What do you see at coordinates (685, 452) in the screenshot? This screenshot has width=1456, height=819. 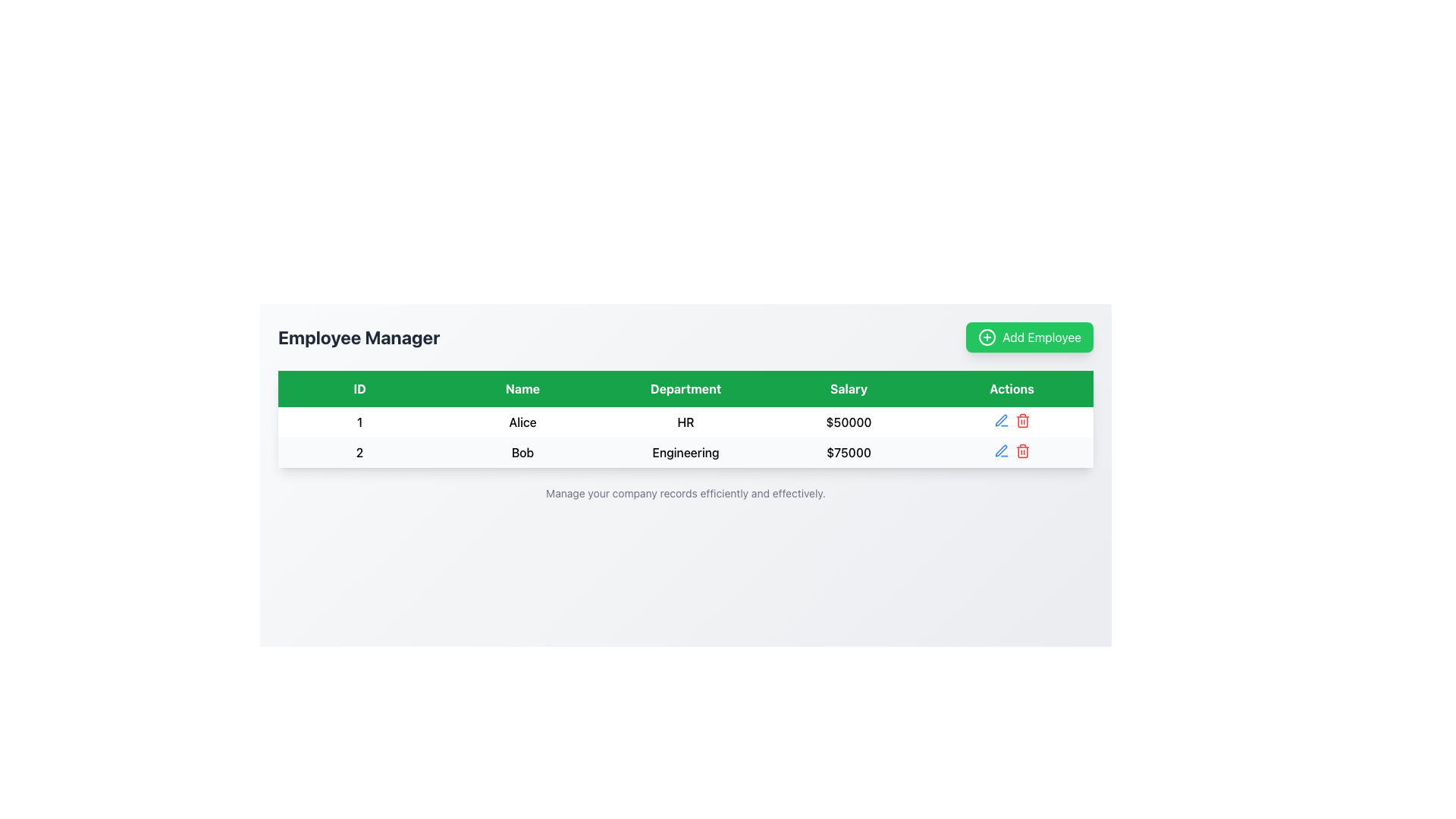 I see `the table cell displaying the department information for the employee named 'Bob', located in the third column under the header 'Department'` at bounding box center [685, 452].